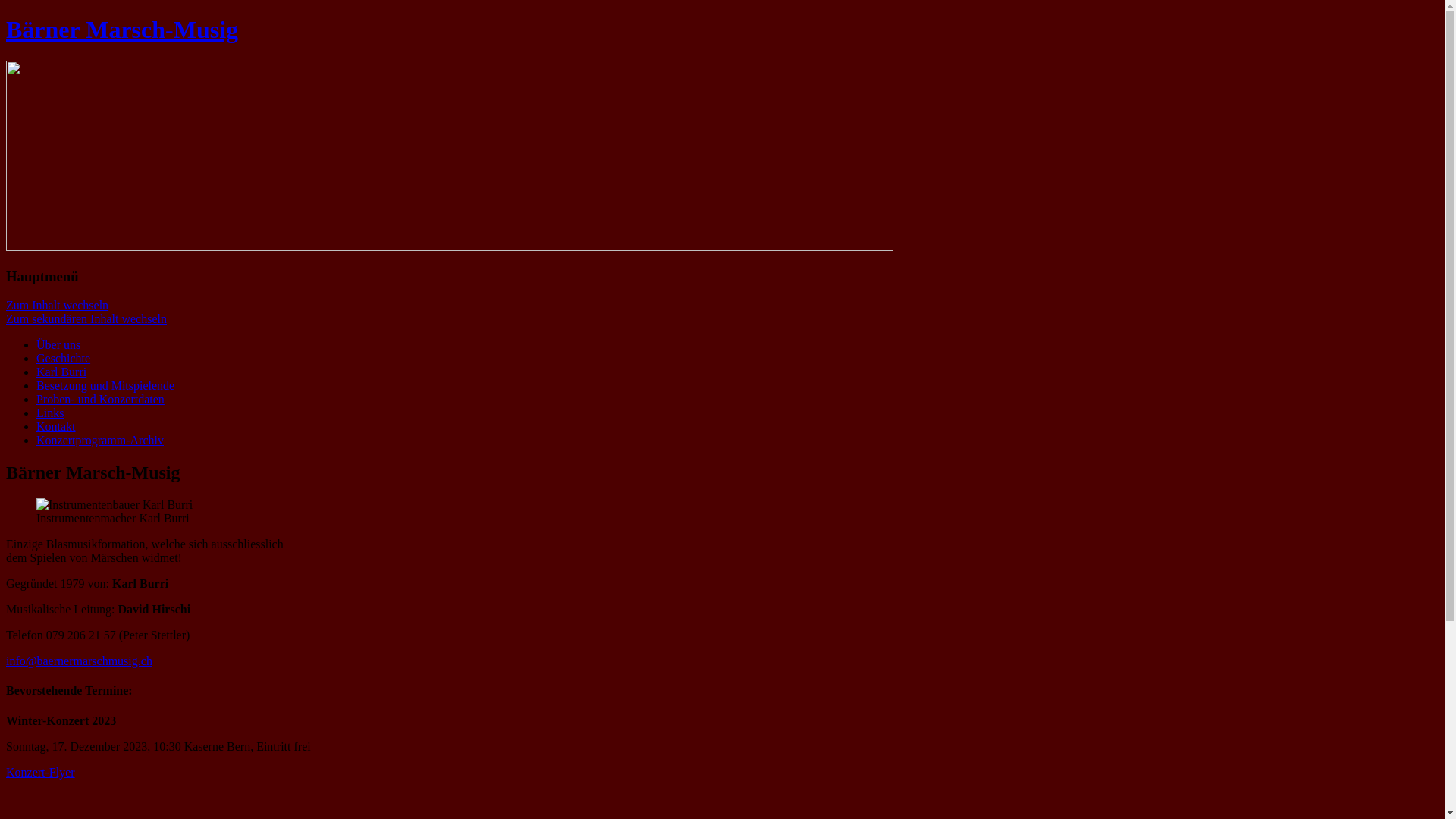  I want to click on 'info@baernermarschmusig.ch', so click(78, 660).